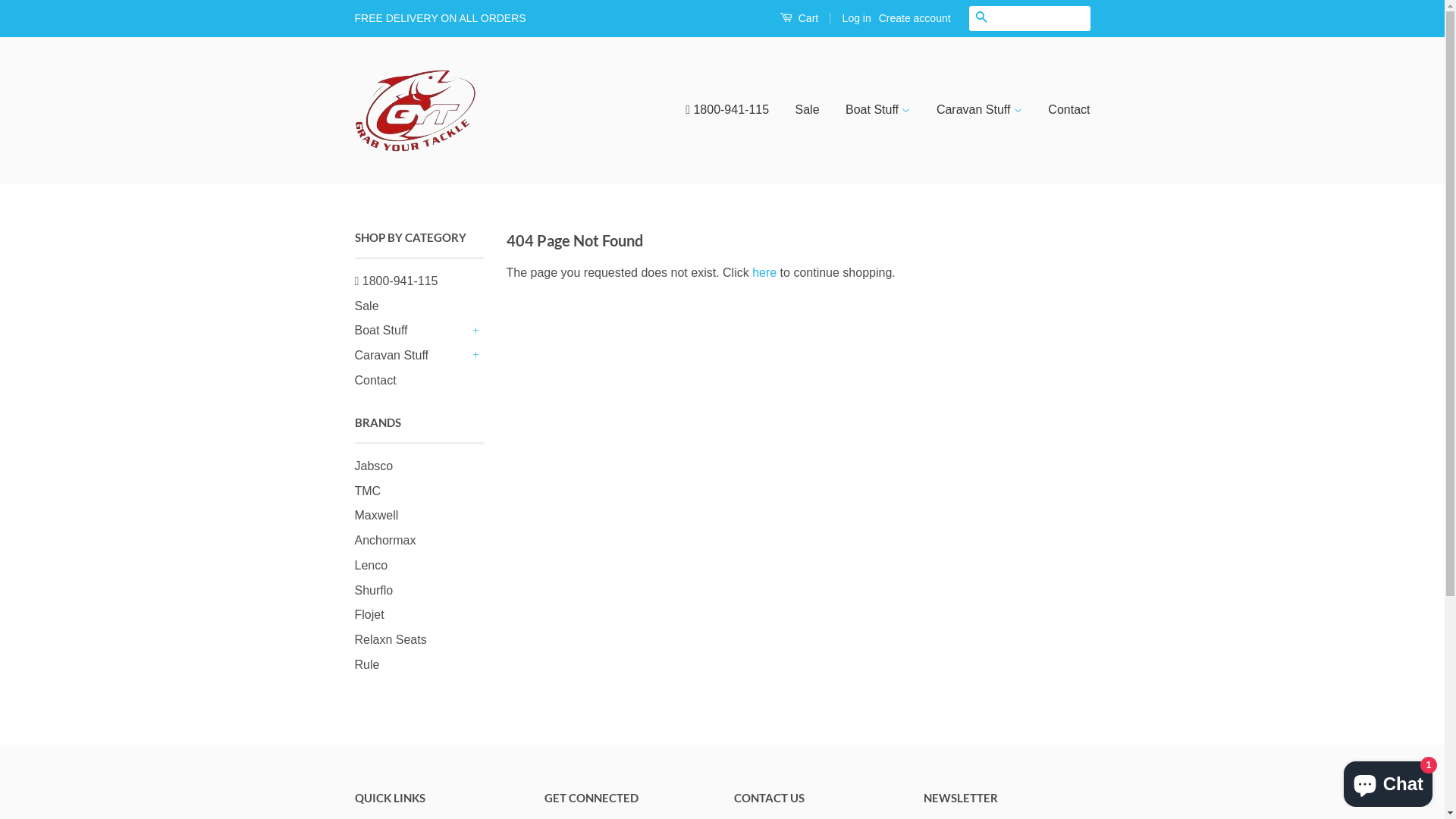  Describe the element at coordinates (764, 271) in the screenshot. I see `'here'` at that location.